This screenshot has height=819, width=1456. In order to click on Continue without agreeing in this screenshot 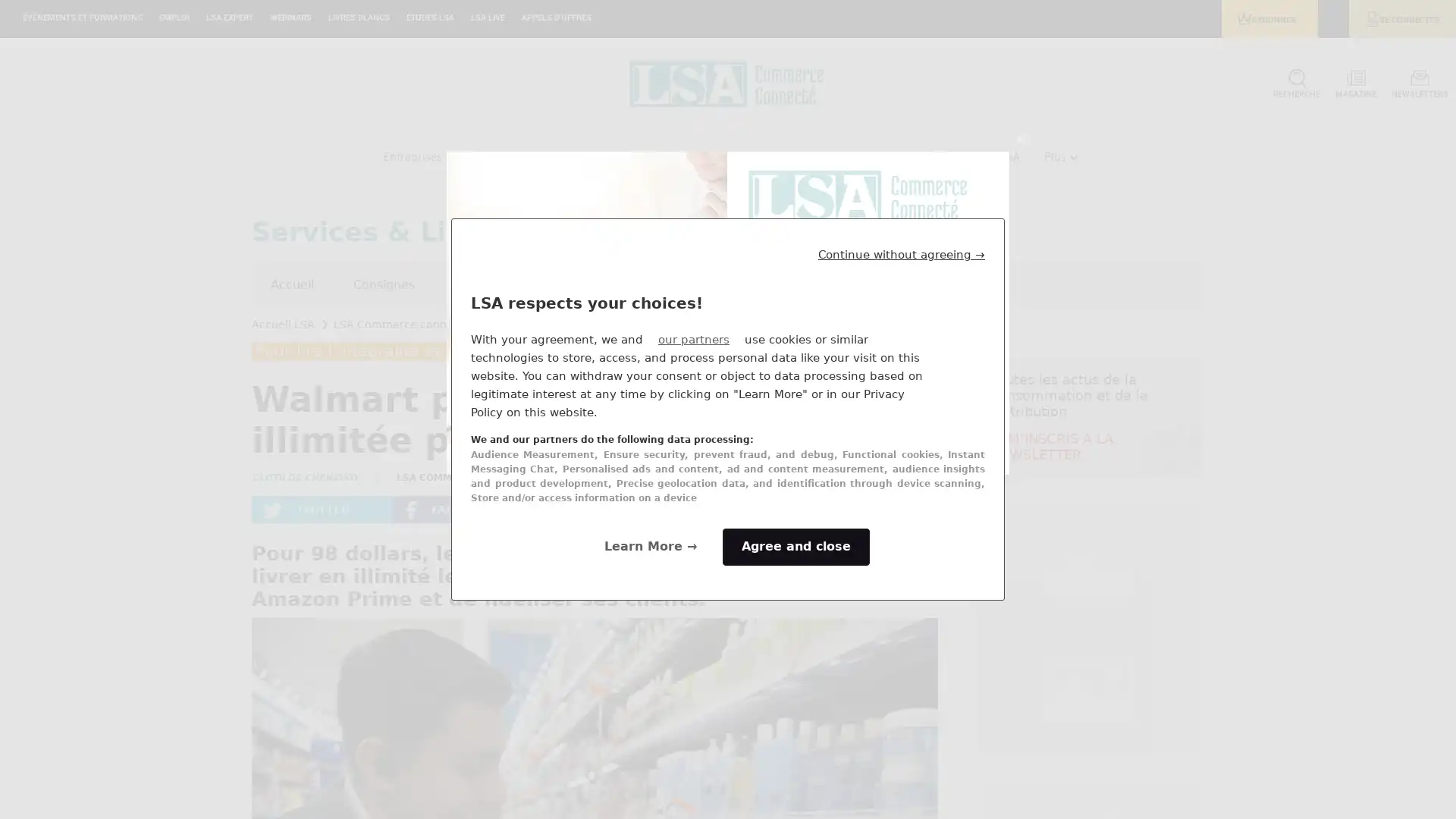, I will do `click(902, 253)`.